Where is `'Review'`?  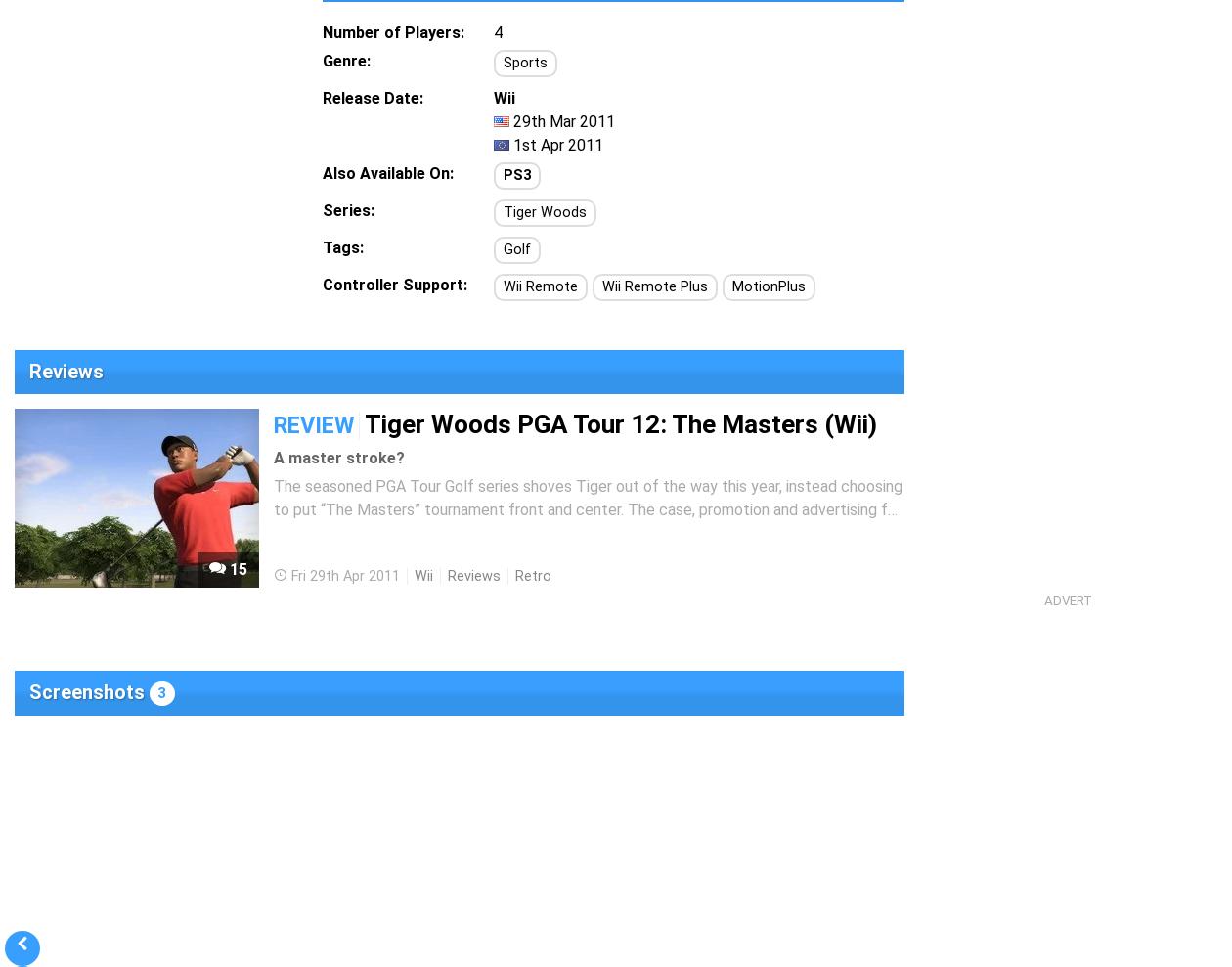 'Review' is located at coordinates (314, 424).